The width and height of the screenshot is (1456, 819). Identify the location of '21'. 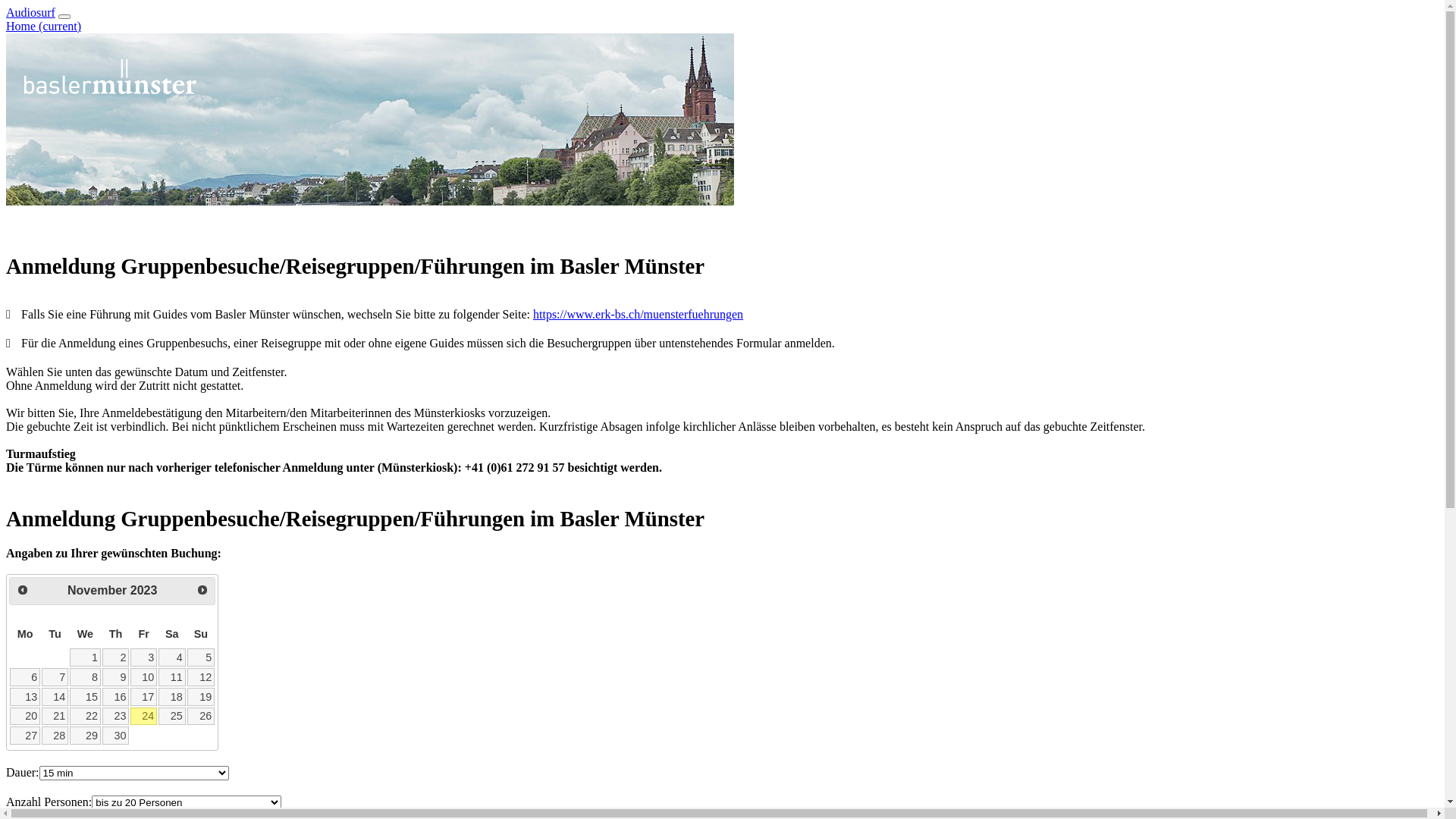
(55, 717).